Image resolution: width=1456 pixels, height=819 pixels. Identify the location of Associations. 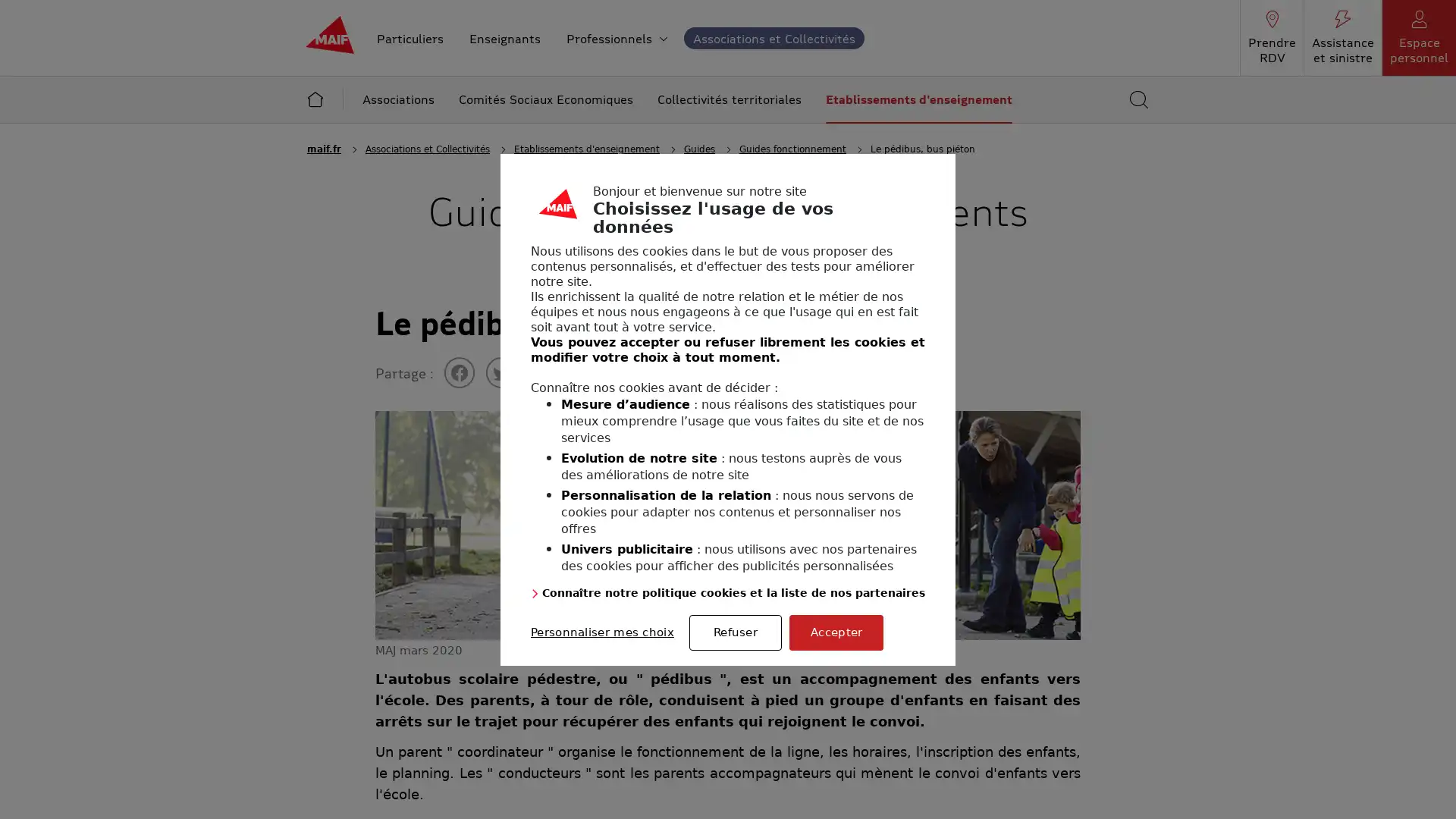
(398, 99).